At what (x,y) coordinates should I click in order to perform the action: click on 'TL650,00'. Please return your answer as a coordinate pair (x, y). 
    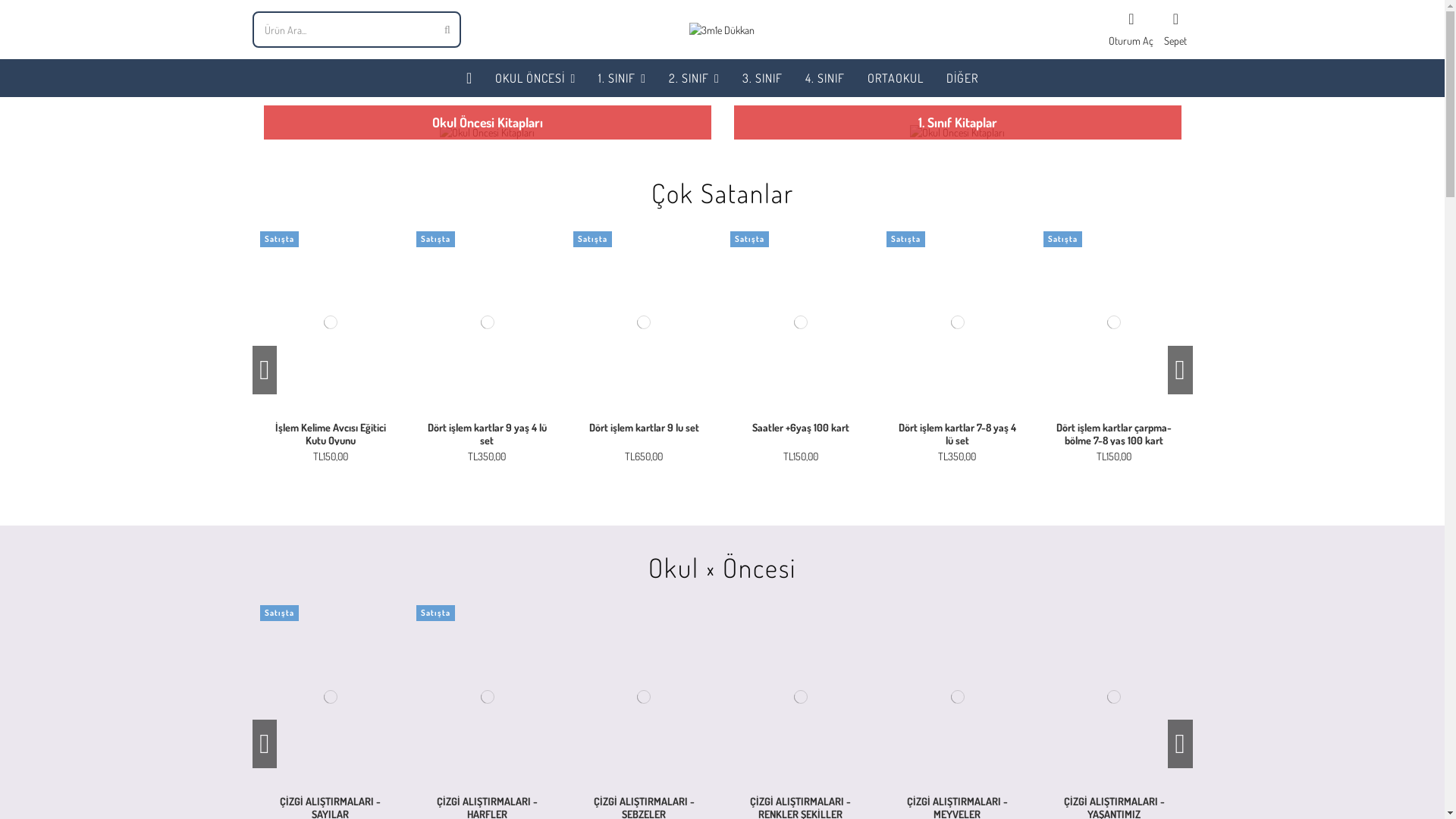
    Looking at the image, I should click on (644, 455).